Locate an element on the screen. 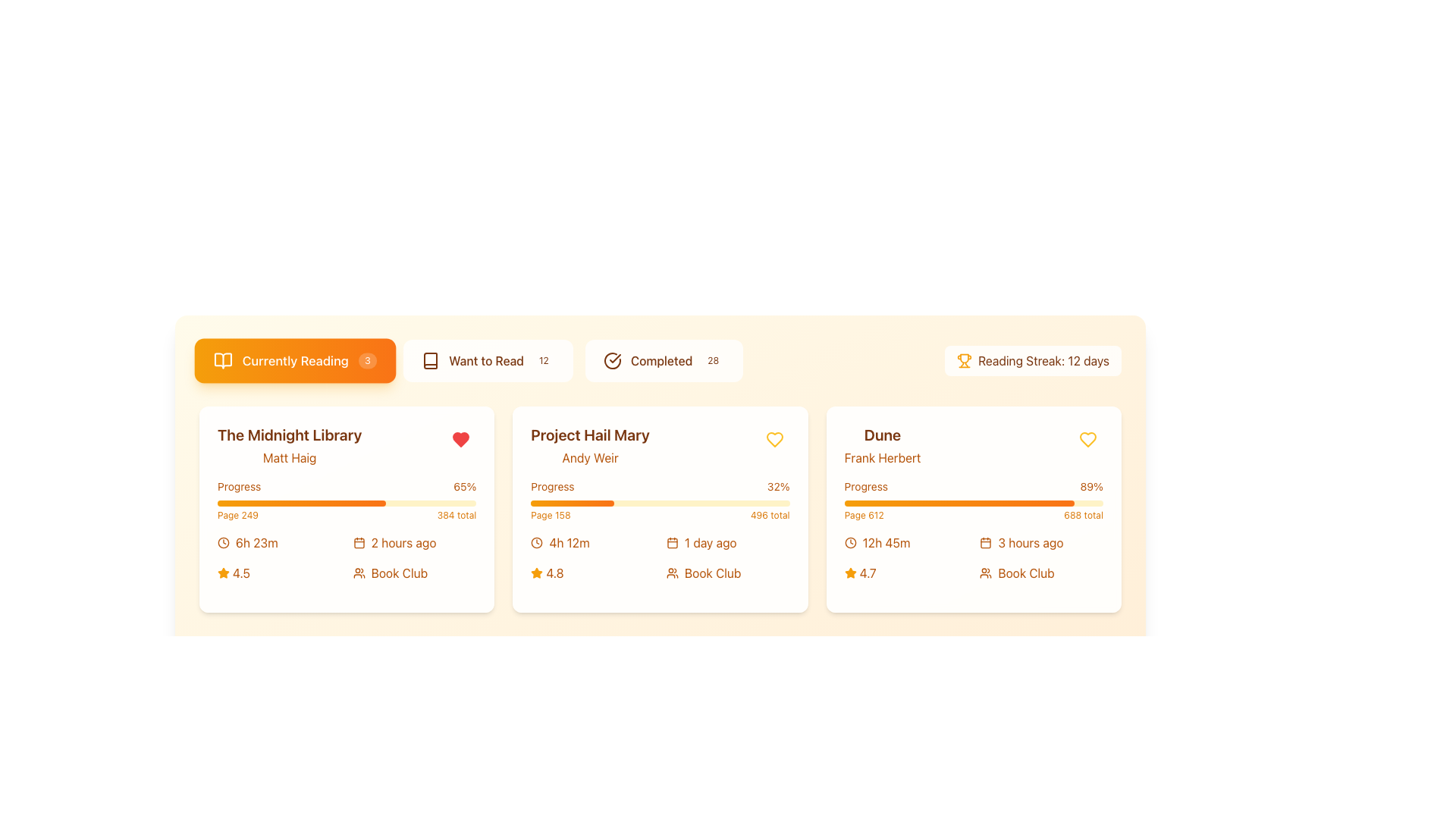  the label with the icon indicating that 'The Midnight Library' is part of a 'Book Club', located at the bottom of the third card in the 'Currently Reading' section is located at coordinates (415, 573).